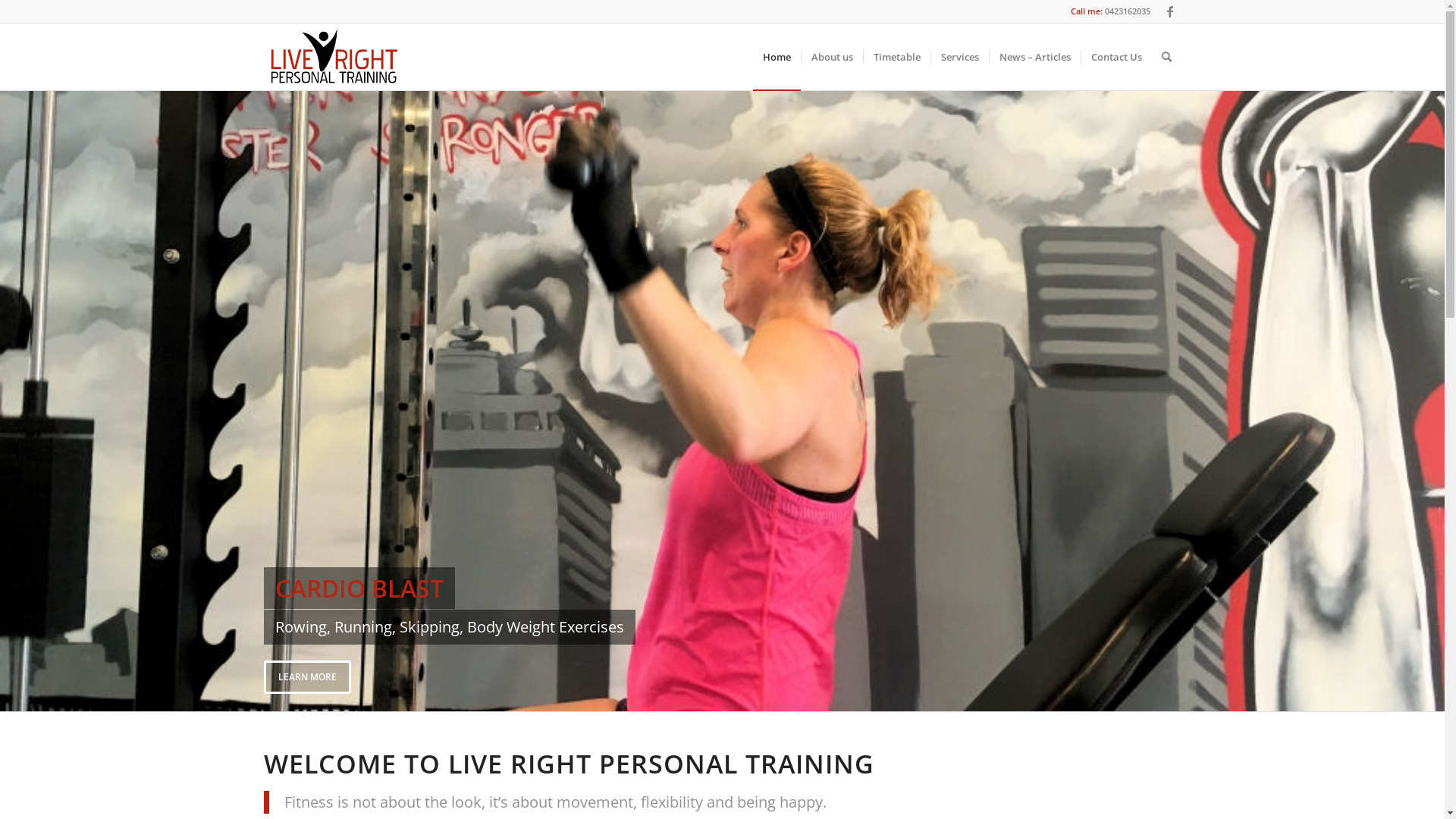 This screenshot has height=819, width=1456. I want to click on 'Services', so click(958, 55).